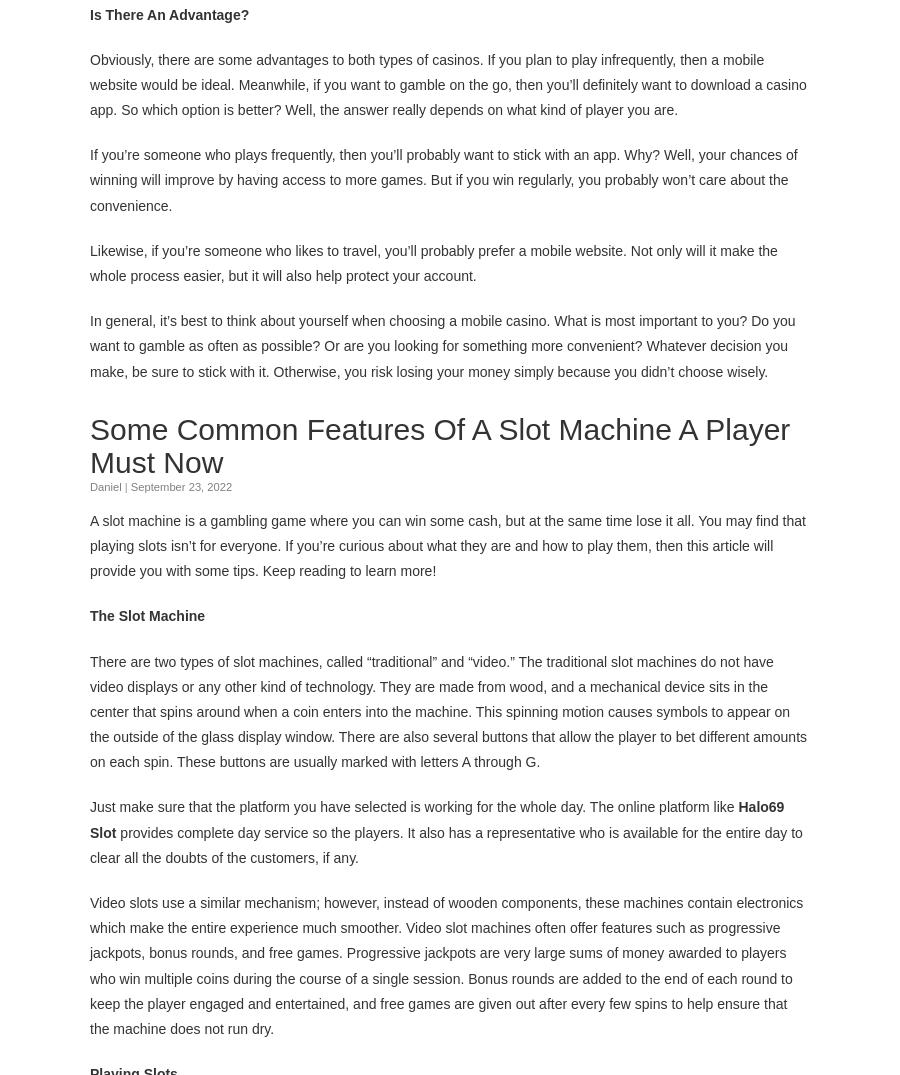  Describe the element at coordinates (446, 844) in the screenshot. I see `'It also has a representative who is available for the entire day to clear all the doubts of the customers, if any.'` at that location.